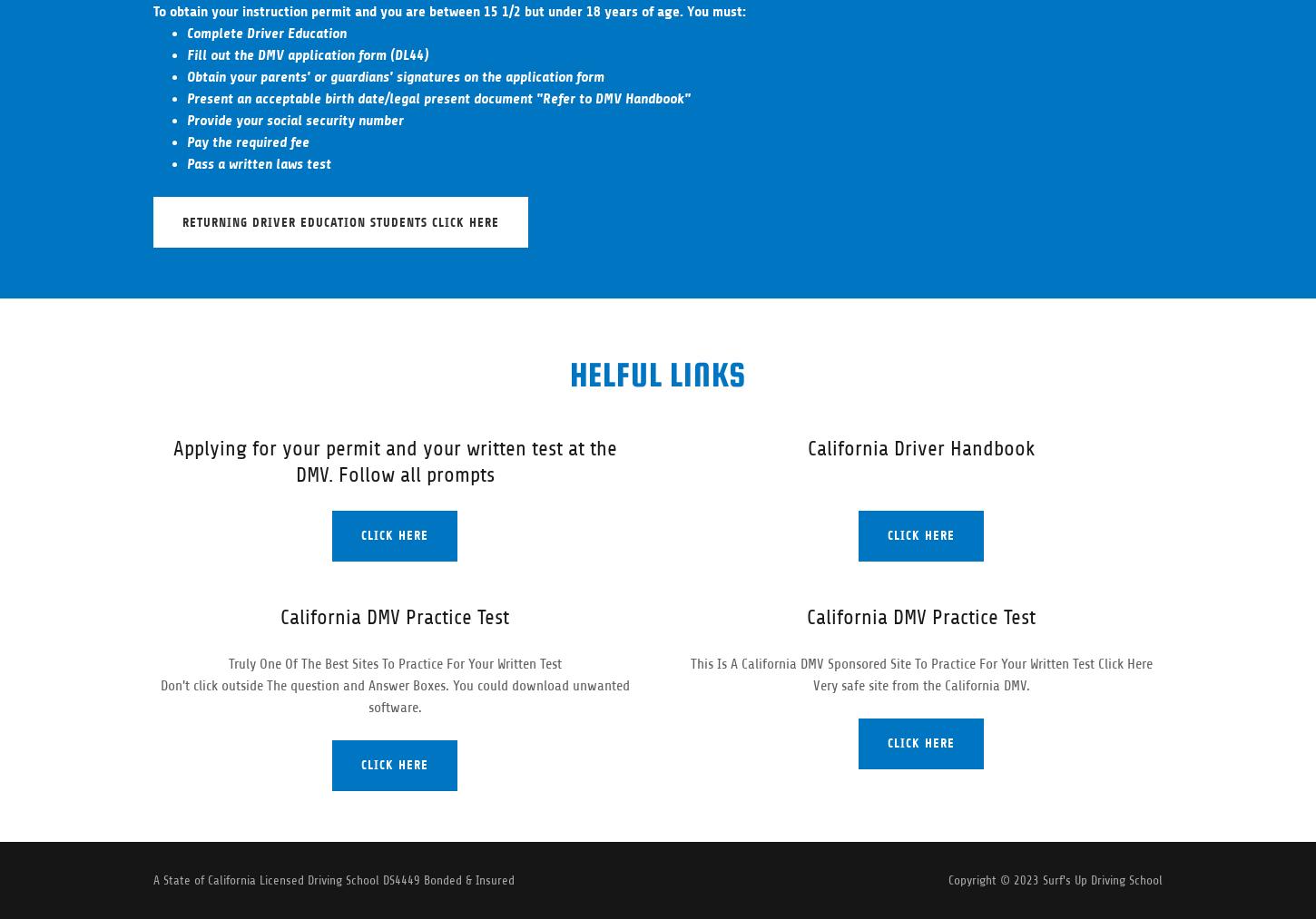 This screenshot has height=919, width=1316. What do you see at coordinates (656, 374) in the screenshot?
I see `'Helful Links'` at bounding box center [656, 374].